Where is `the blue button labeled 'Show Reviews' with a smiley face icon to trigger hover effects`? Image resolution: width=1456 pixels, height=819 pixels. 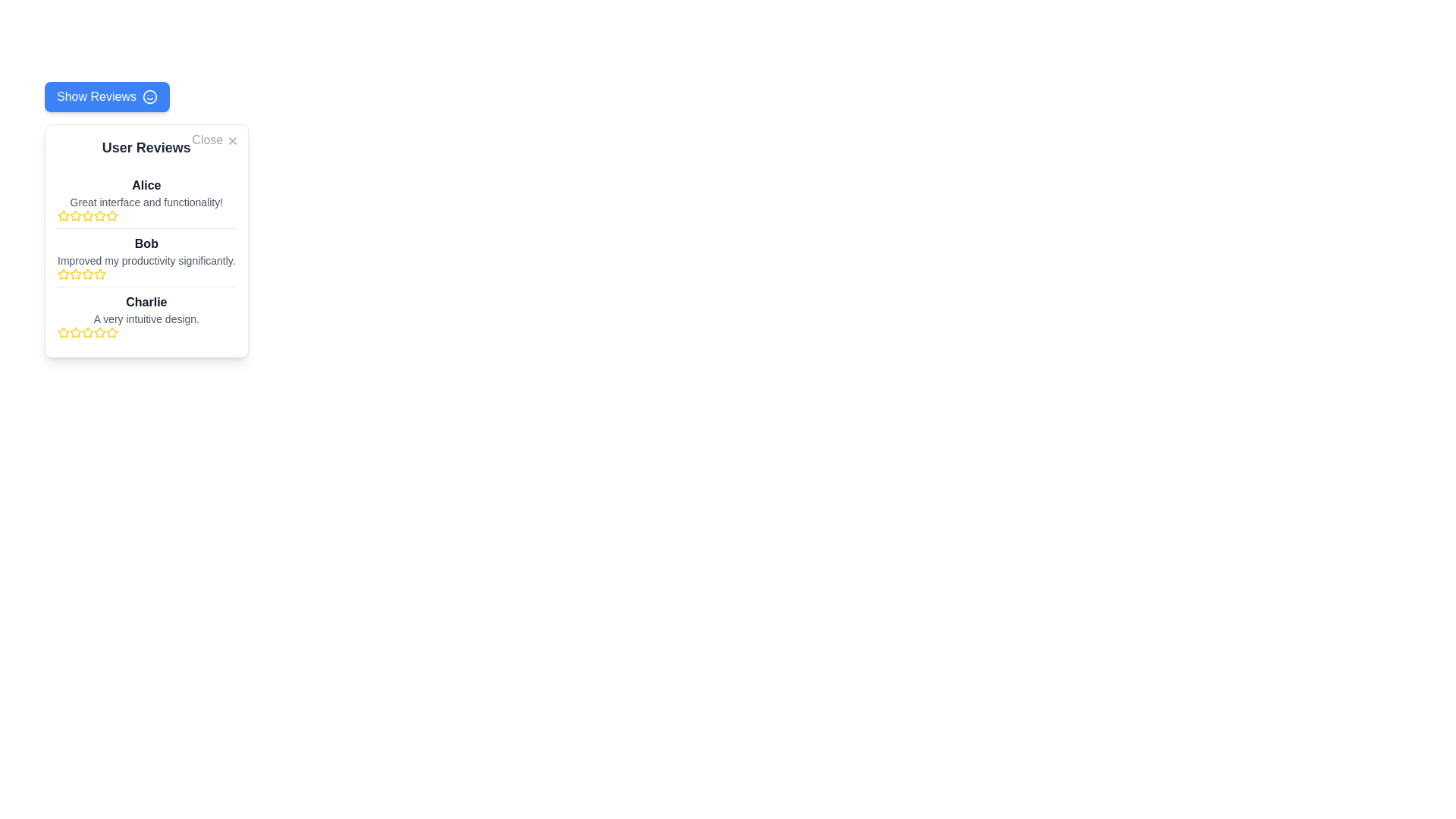 the blue button labeled 'Show Reviews' with a smiley face icon to trigger hover effects is located at coordinates (106, 96).